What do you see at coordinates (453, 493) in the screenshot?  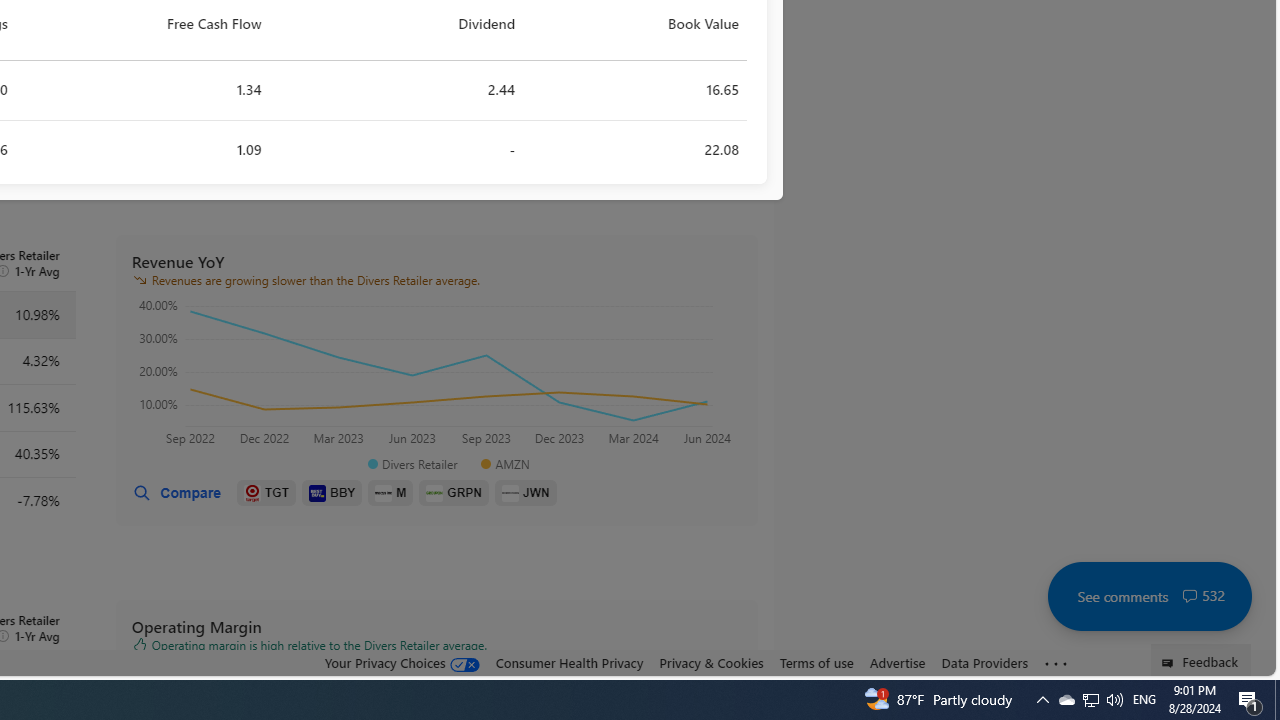 I see `'GRPN'` at bounding box center [453, 493].